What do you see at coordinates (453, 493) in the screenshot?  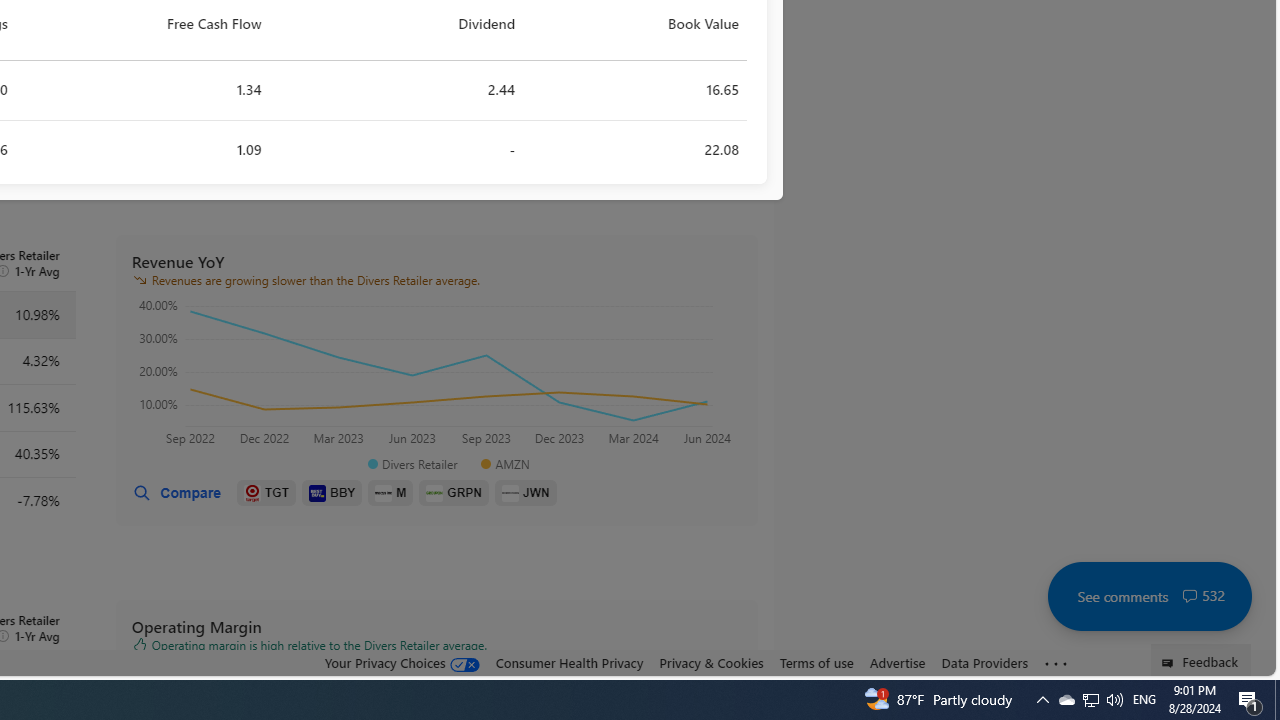 I see `'GRPN'` at bounding box center [453, 493].